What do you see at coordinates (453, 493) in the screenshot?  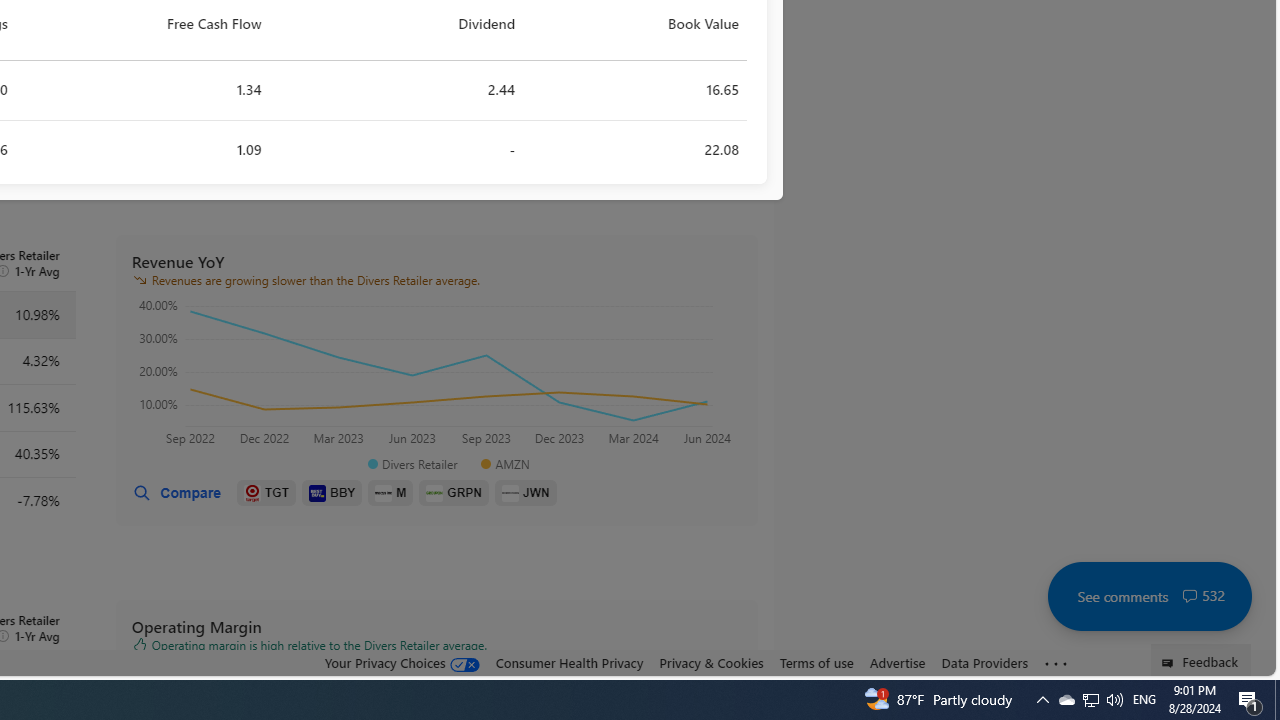 I see `'GRPN'` at bounding box center [453, 493].